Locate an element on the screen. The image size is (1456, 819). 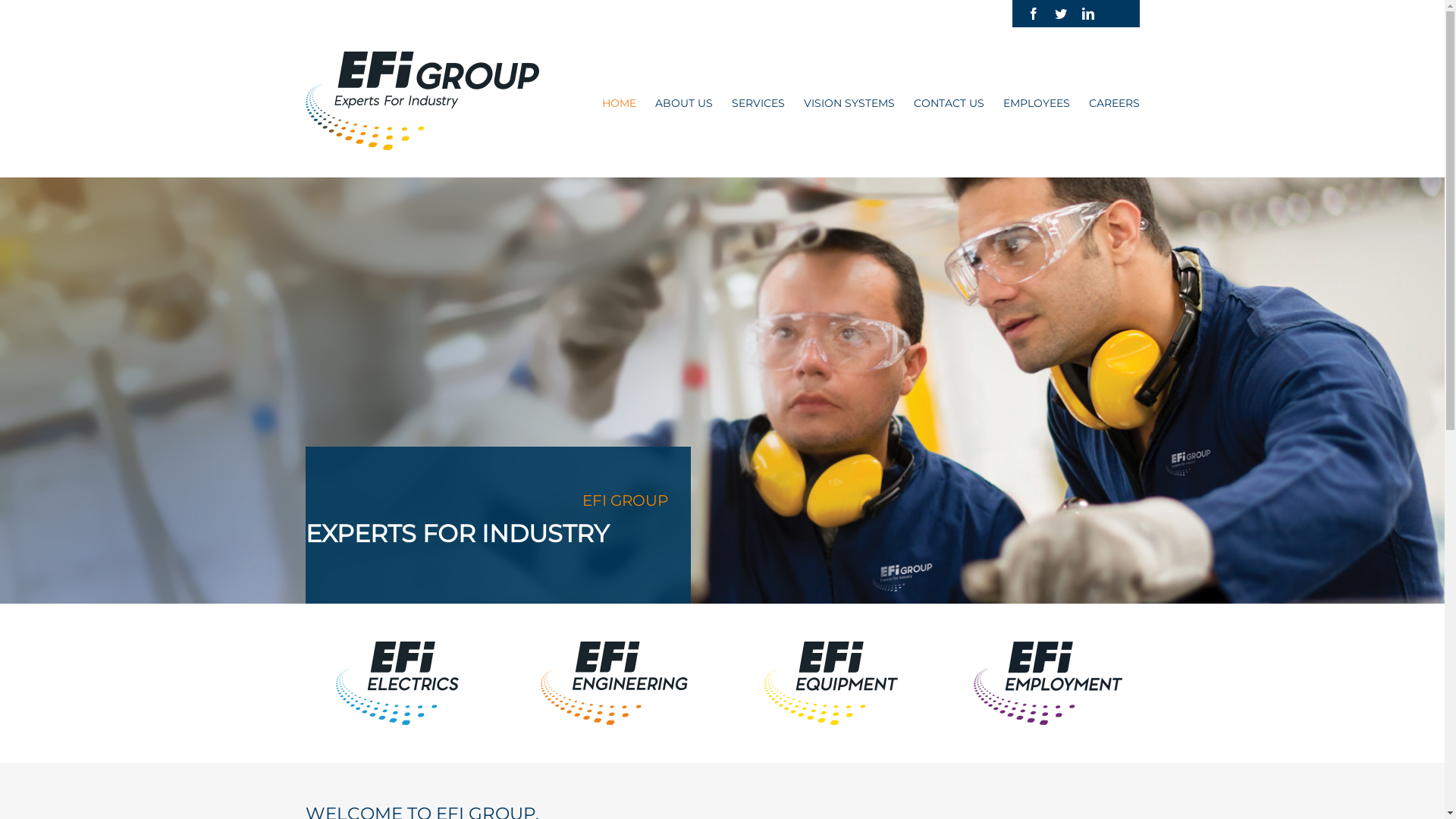
'Twitter' is located at coordinates (1059, 14).